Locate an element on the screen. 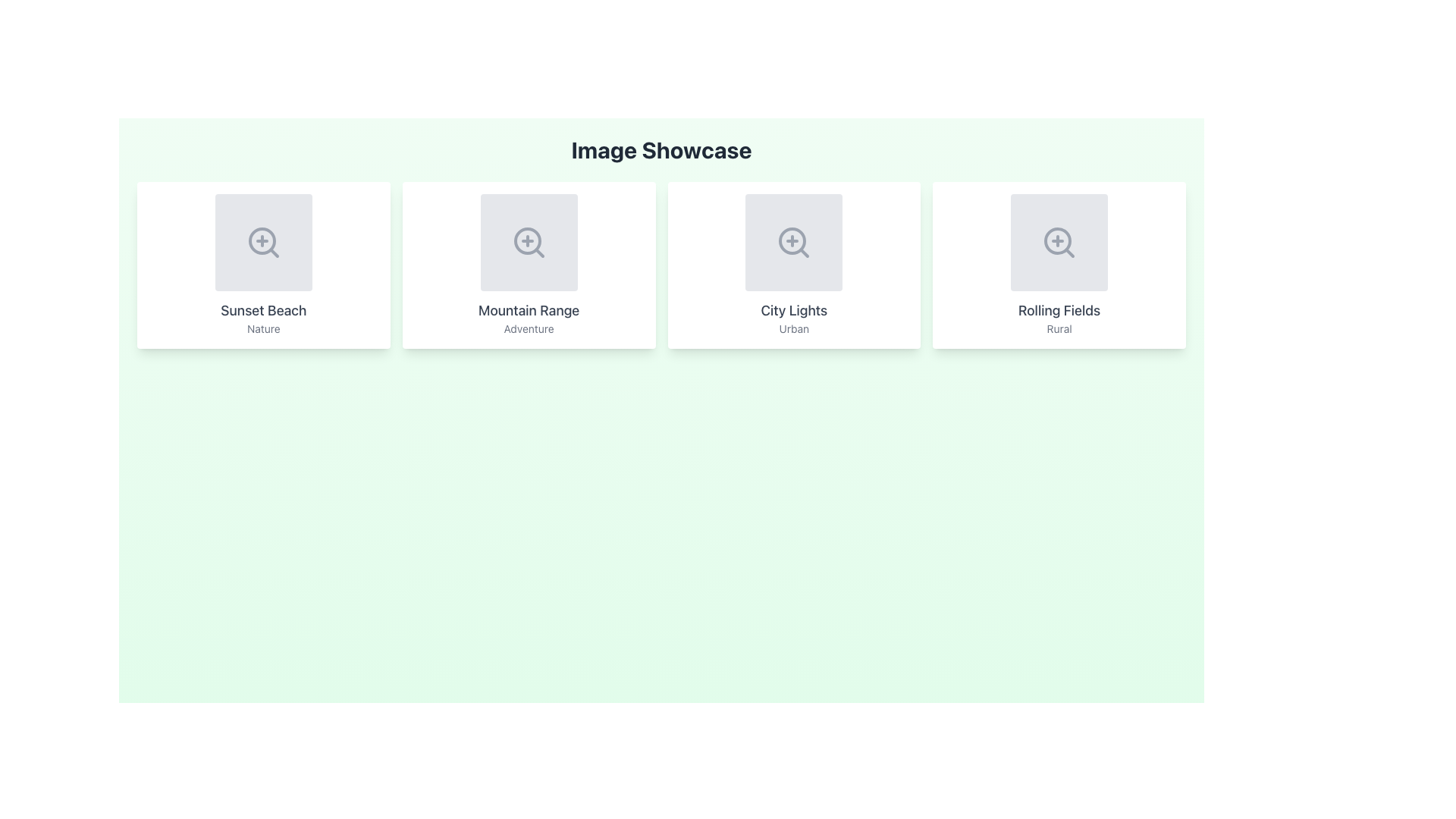  the circular graphical component that forms the middle part of the '+' symbol within the zoom-in icon, located above the text 'Sunset Beach' and its subtitle 'Nature' is located at coordinates (262, 240).